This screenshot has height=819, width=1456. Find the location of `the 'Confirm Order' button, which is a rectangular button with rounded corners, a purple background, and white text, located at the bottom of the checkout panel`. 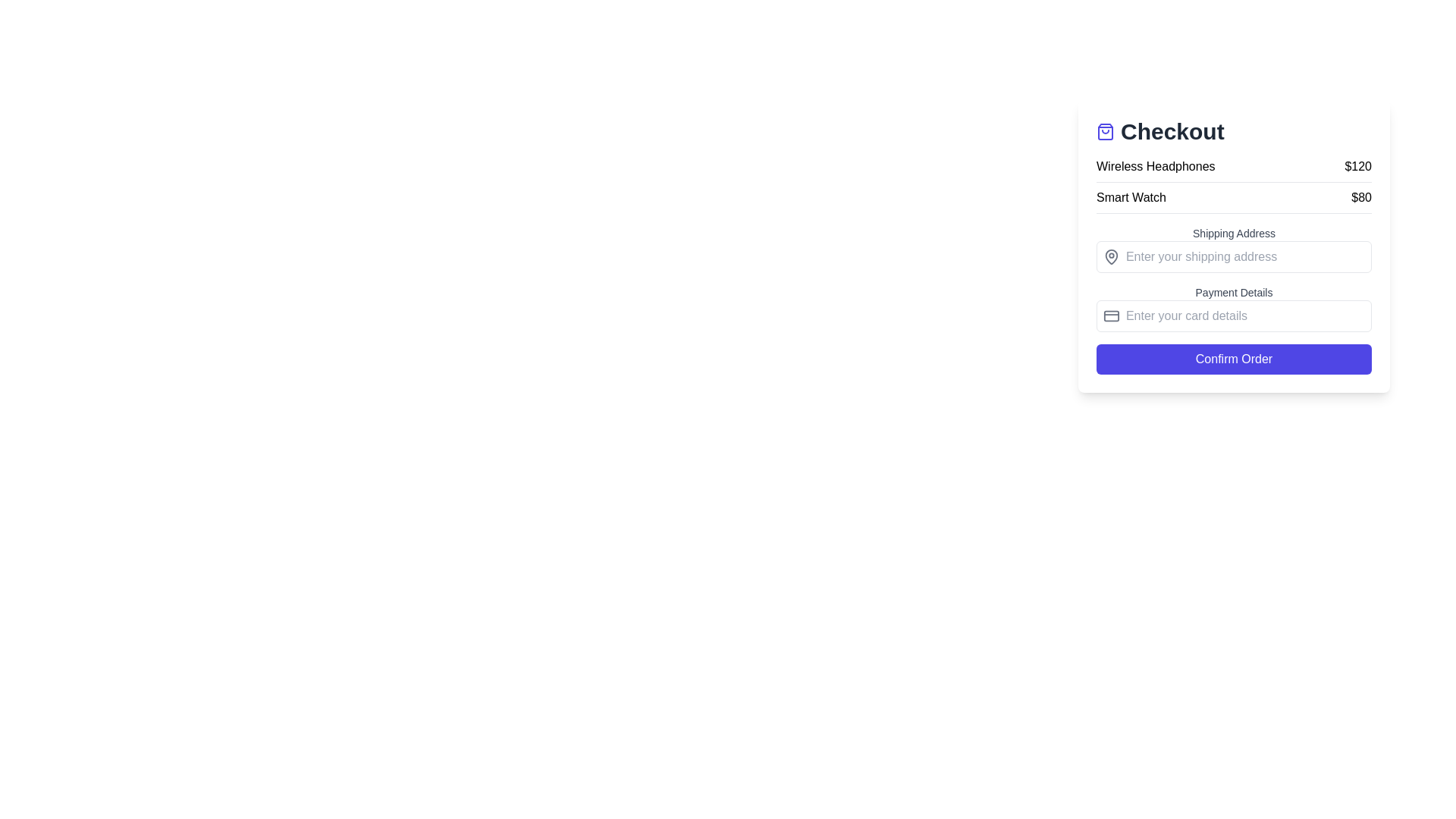

the 'Confirm Order' button, which is a rectangular button with rounded corners, a purple background, and white text, located at the bottom of the checkout panel is located at coordinates (1234, 359).